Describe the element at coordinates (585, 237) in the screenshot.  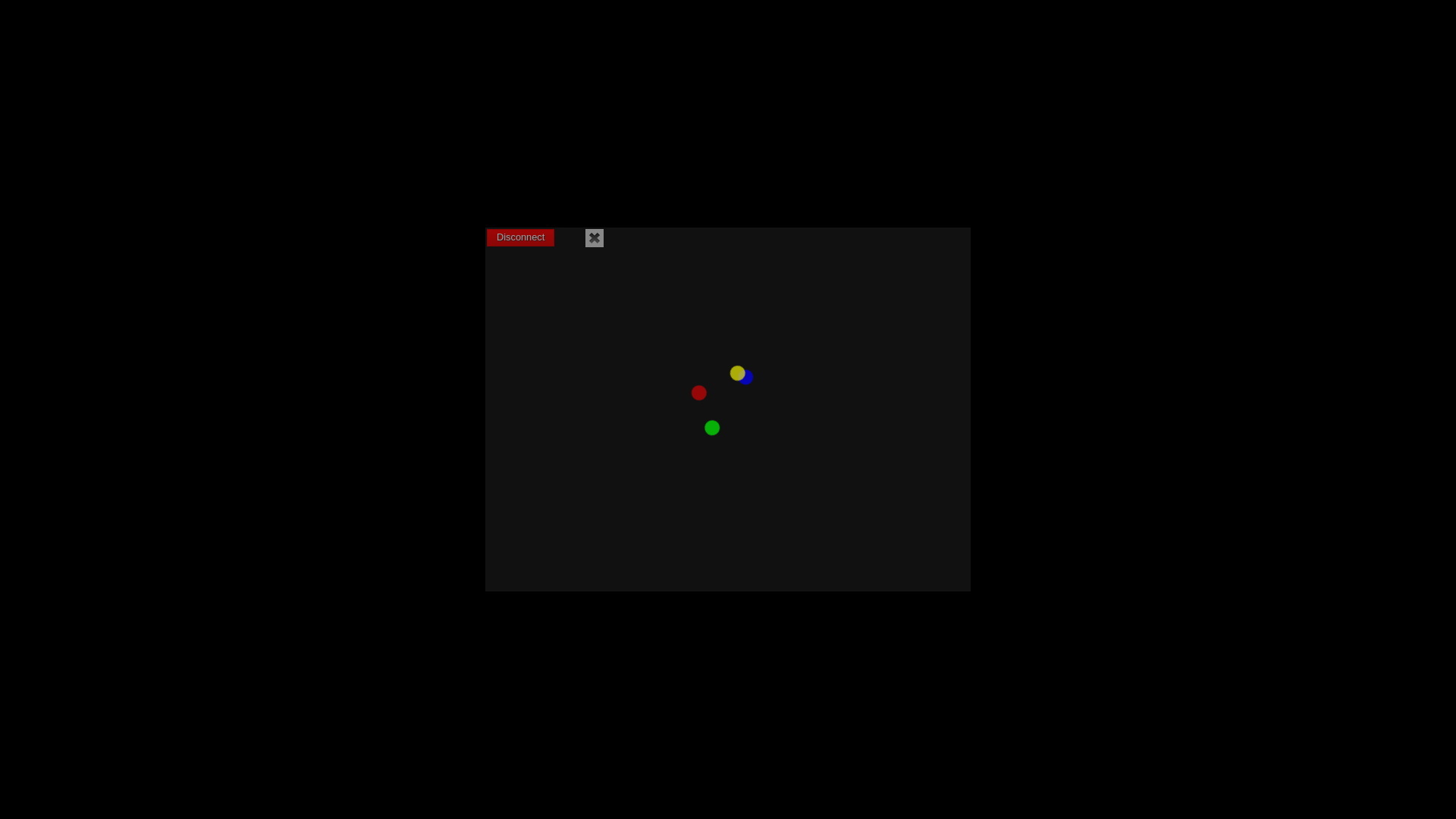
I see `'Hide local video'` at that location.